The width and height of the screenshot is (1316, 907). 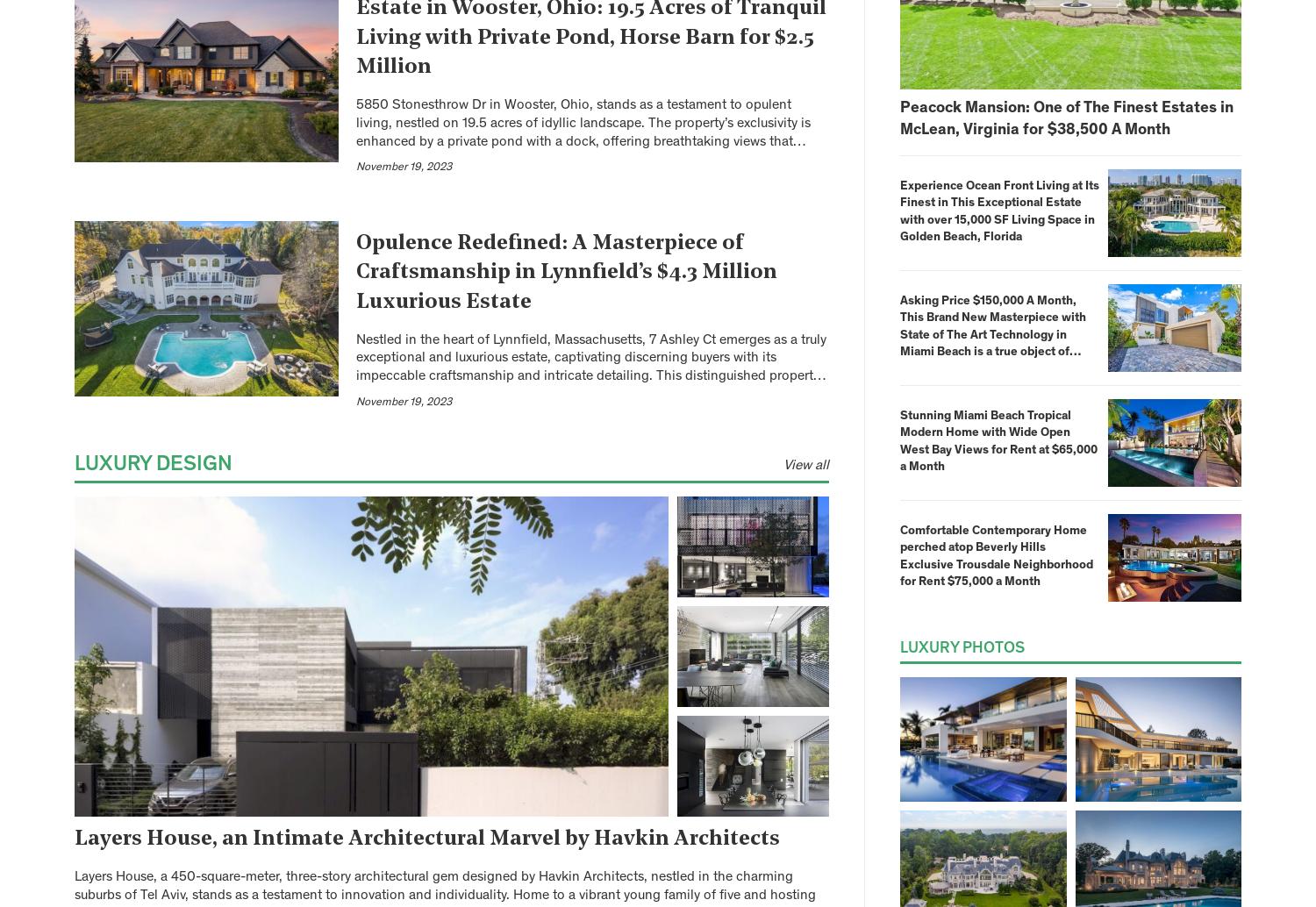 I want to click on 'Experience Ocean Front Living at Its Finest in This Exceptional Estate with over 15,000 SF Living Space in Golden Beach, Florida', so click(x=999, y=211).